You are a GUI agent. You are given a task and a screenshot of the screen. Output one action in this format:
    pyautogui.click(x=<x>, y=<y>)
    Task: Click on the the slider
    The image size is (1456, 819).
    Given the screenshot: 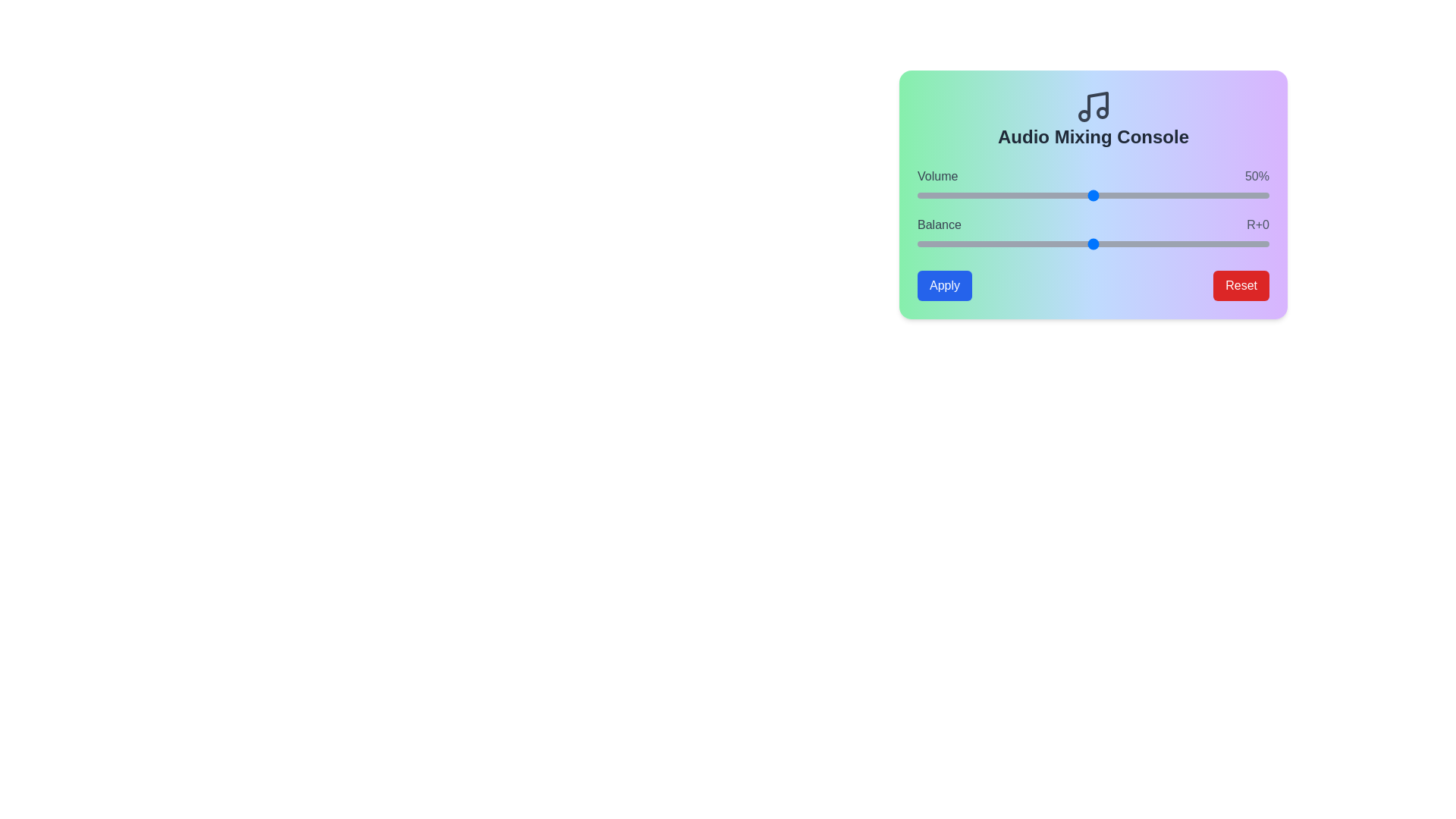 What is the action you would take?
    pyautogui.click(x=1111, y=195)
    